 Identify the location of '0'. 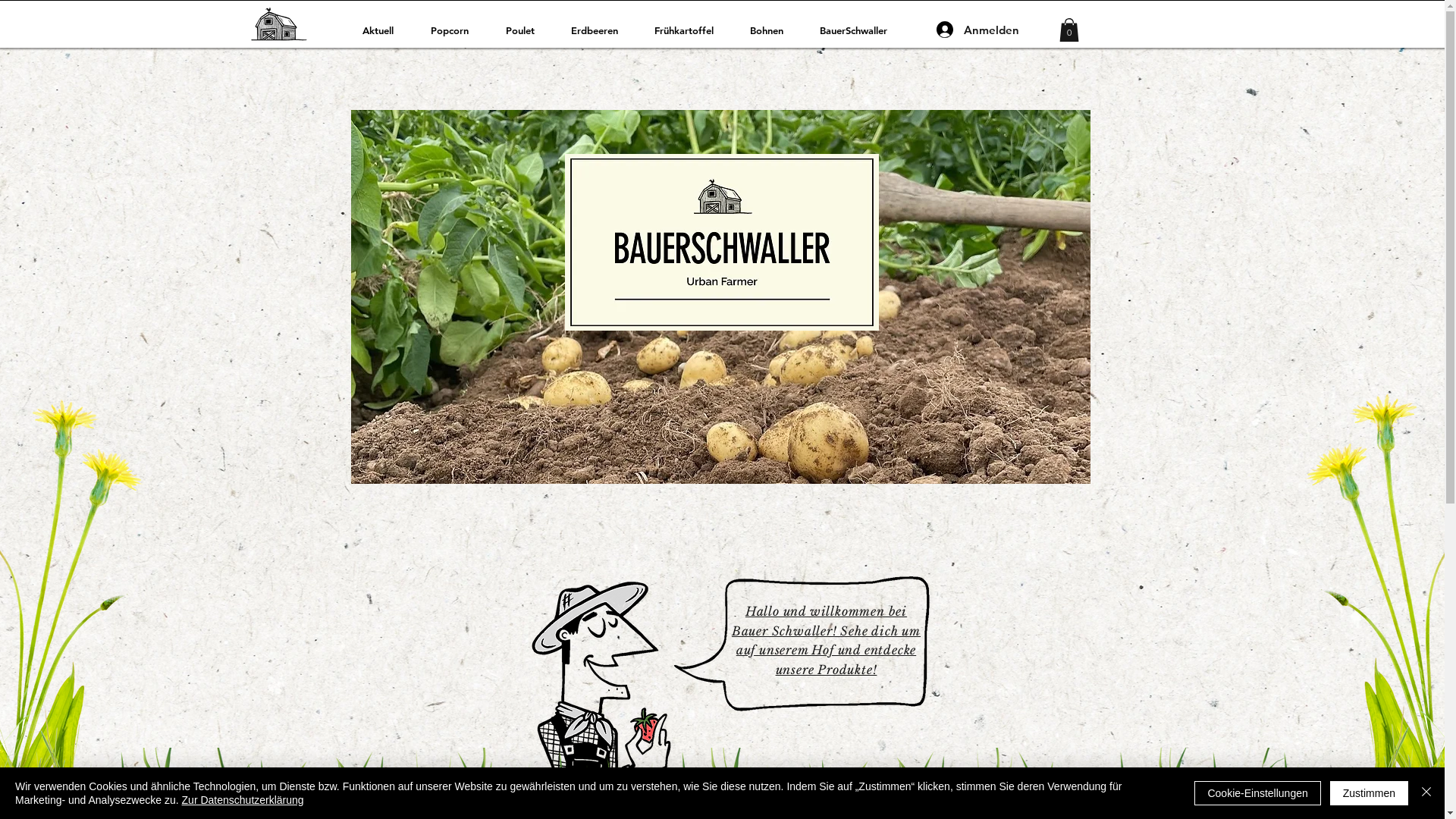
(1058, 30).